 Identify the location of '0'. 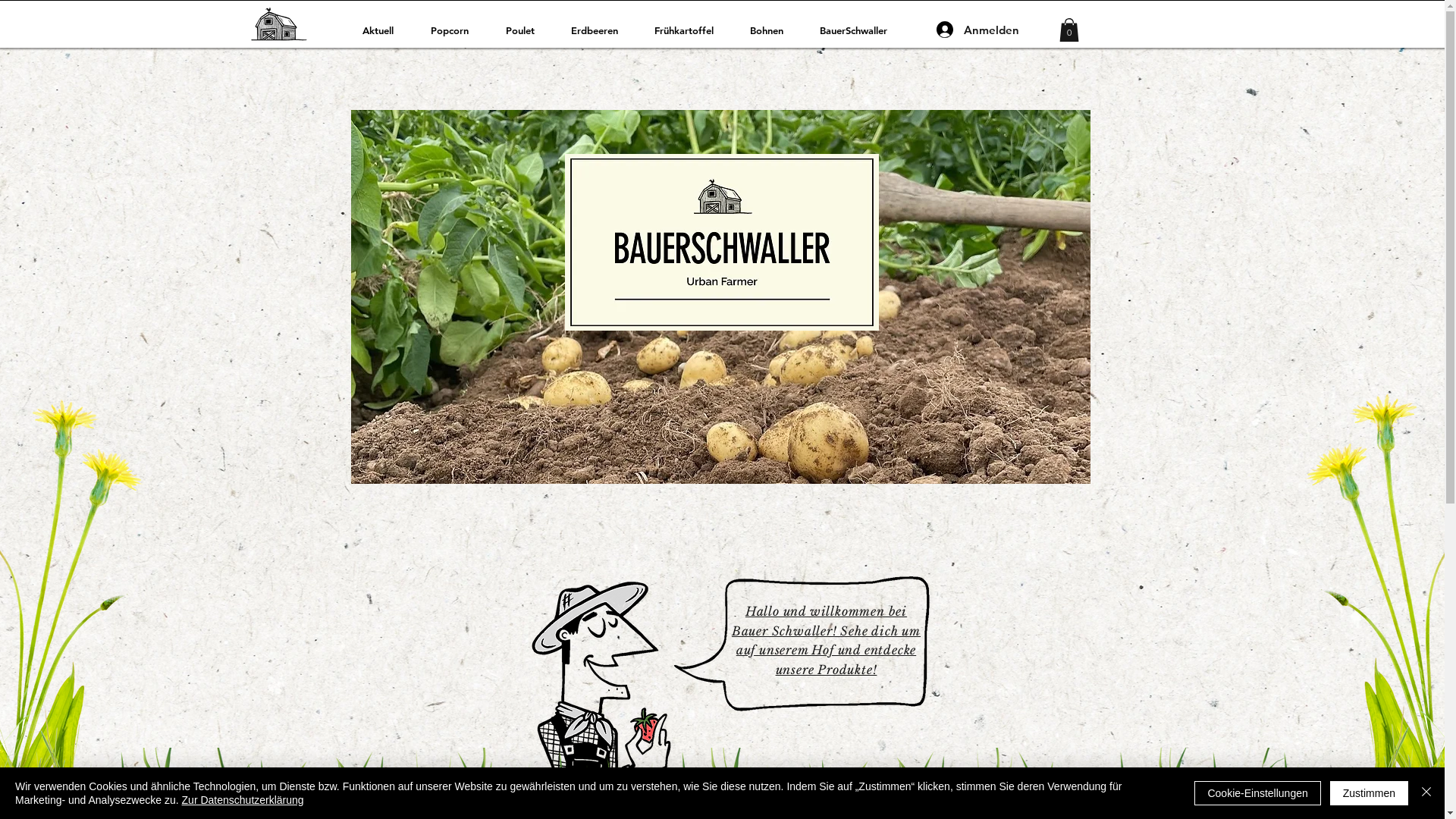
(1058, 30).